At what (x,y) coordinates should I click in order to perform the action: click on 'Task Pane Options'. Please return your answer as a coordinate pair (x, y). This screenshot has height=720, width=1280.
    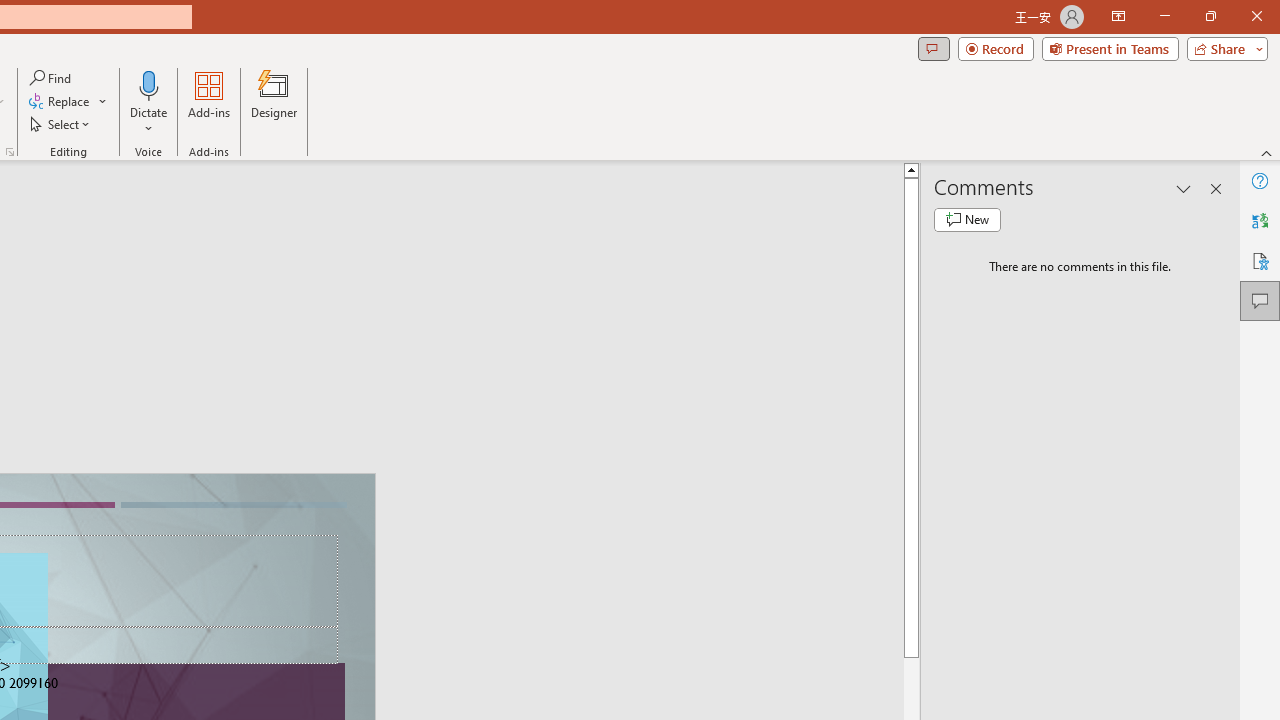
    Looking at the image, I should click on (1184, 189).